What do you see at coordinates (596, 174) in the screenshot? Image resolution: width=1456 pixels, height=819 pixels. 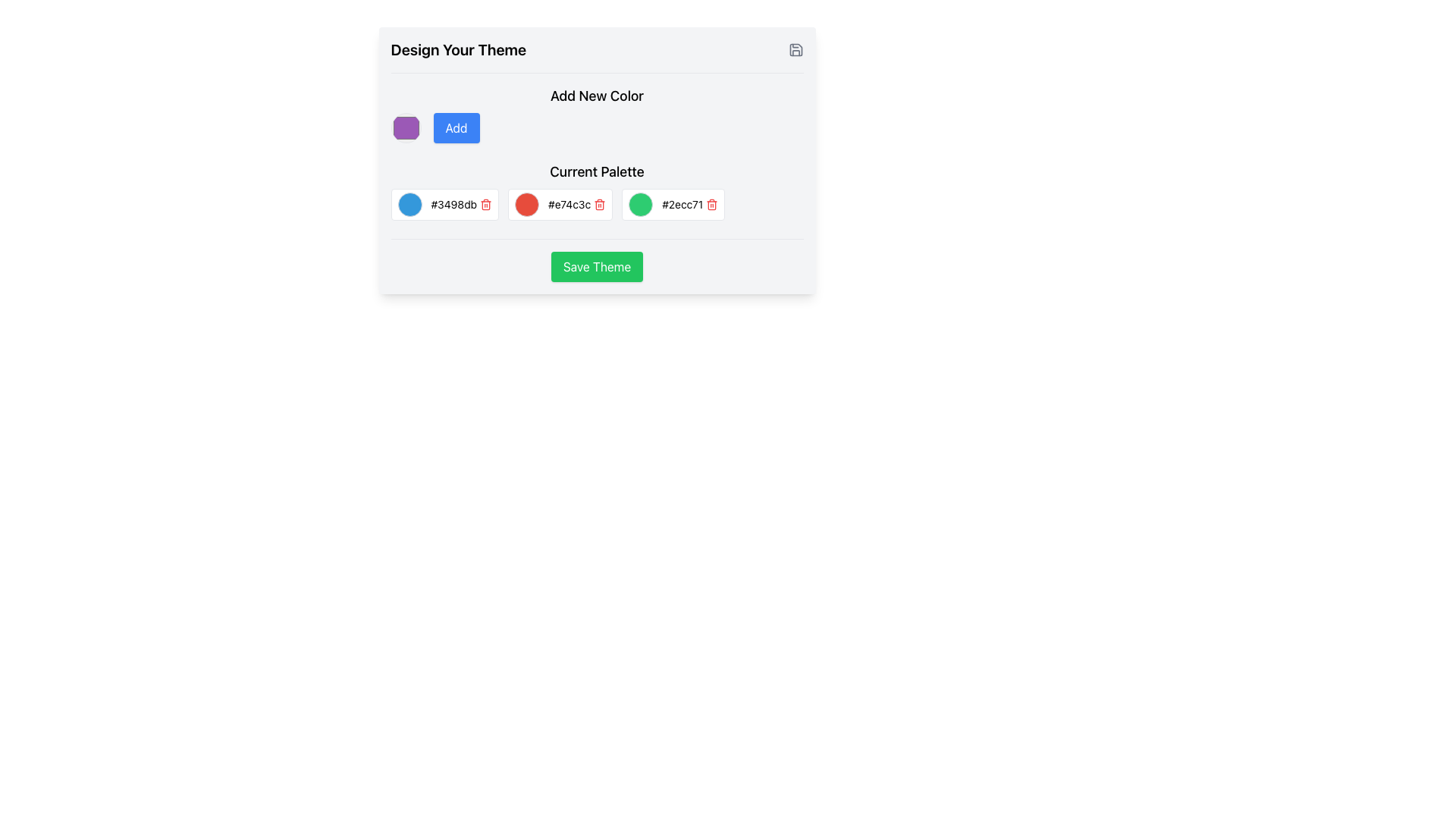 I see `the 'Current Palette' static text label, which is styled with a larger, bold font and serves as a section title between color addition options and a palette display` at bounding box center [596, 174].